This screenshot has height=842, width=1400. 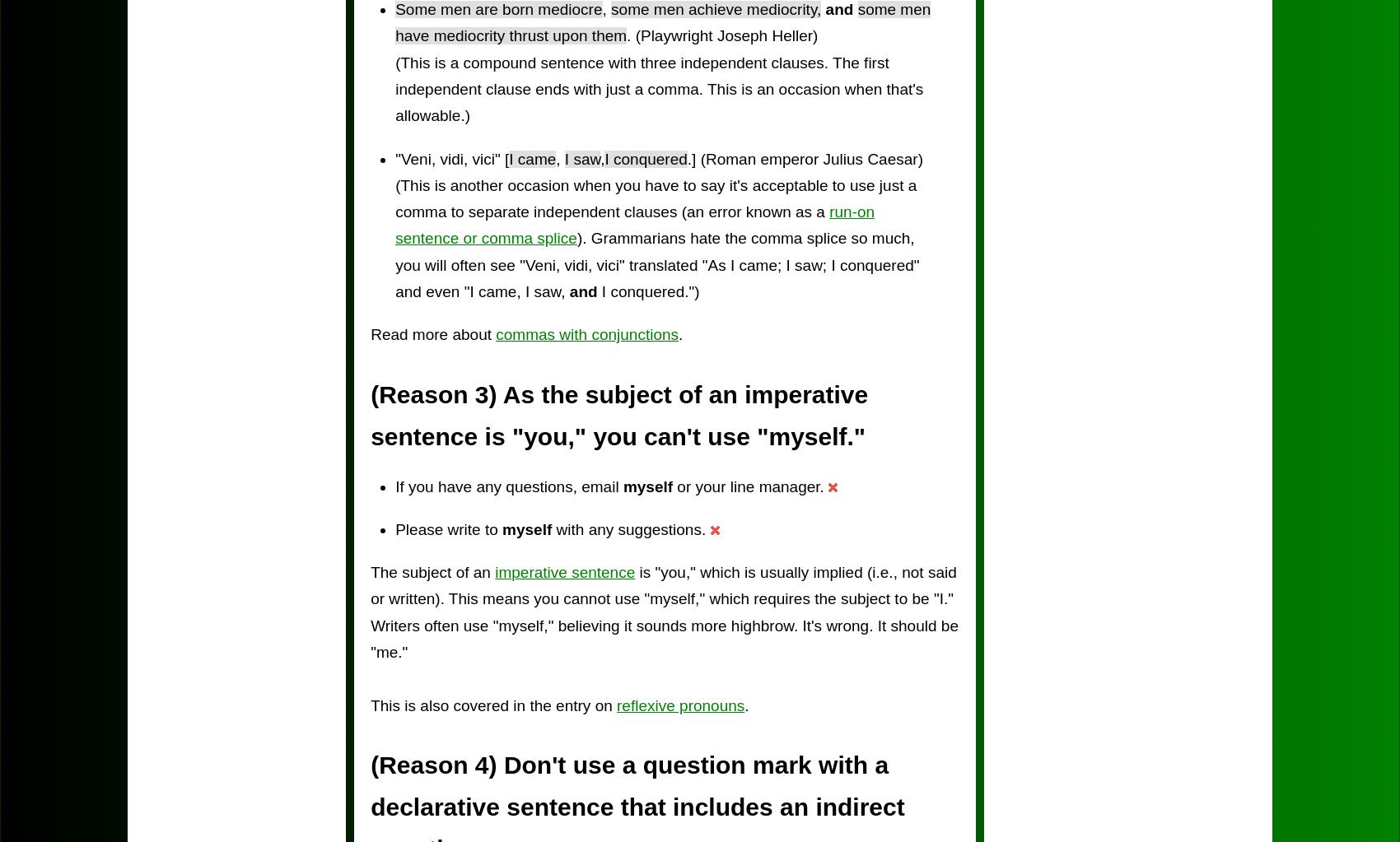 What do you see at coordinates (370, 571) in the screenshot?
I see `'The subject of an'` at bounding box center [370, 571].